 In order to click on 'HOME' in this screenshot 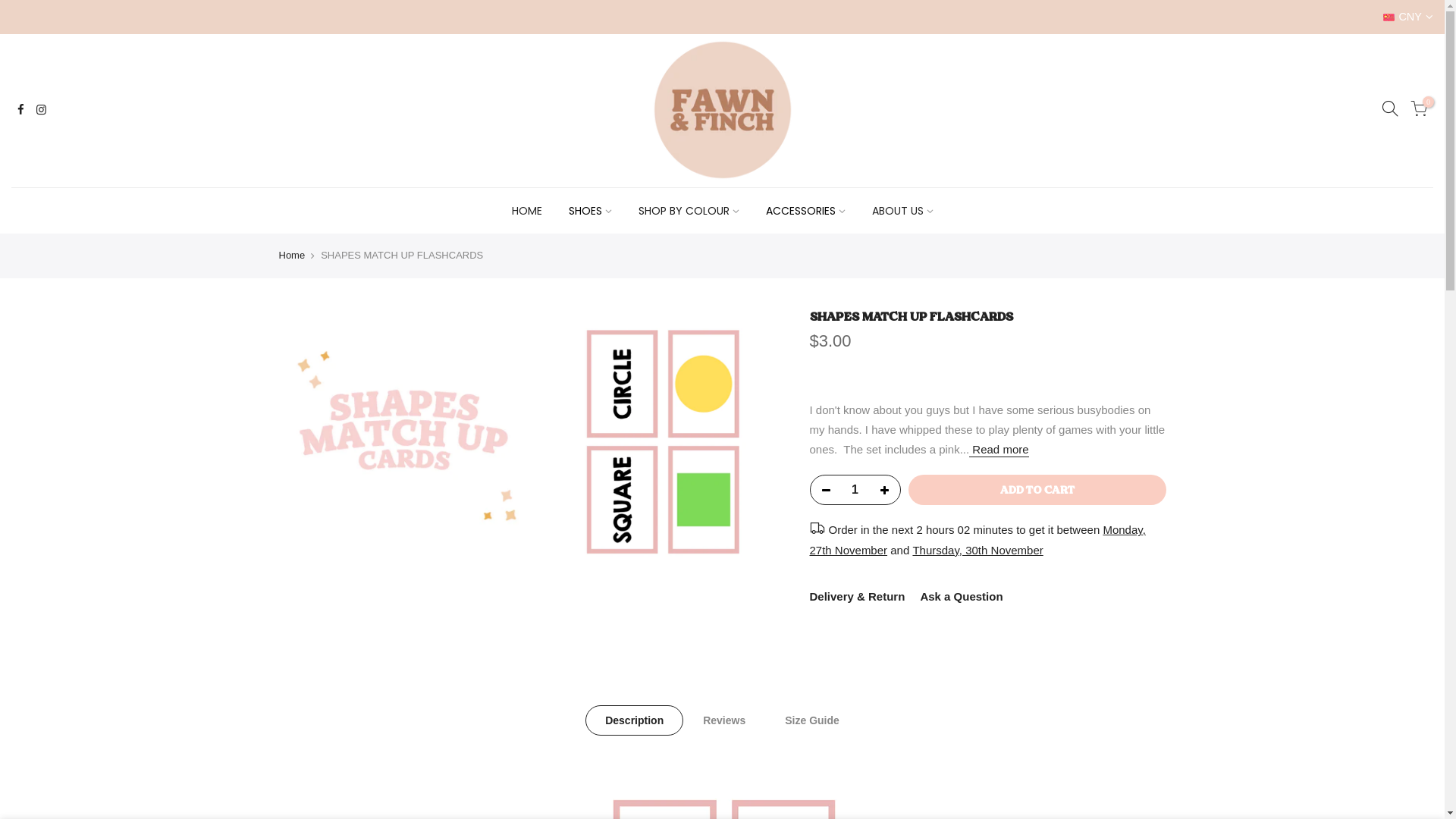, I will do `click(498, 210)`.